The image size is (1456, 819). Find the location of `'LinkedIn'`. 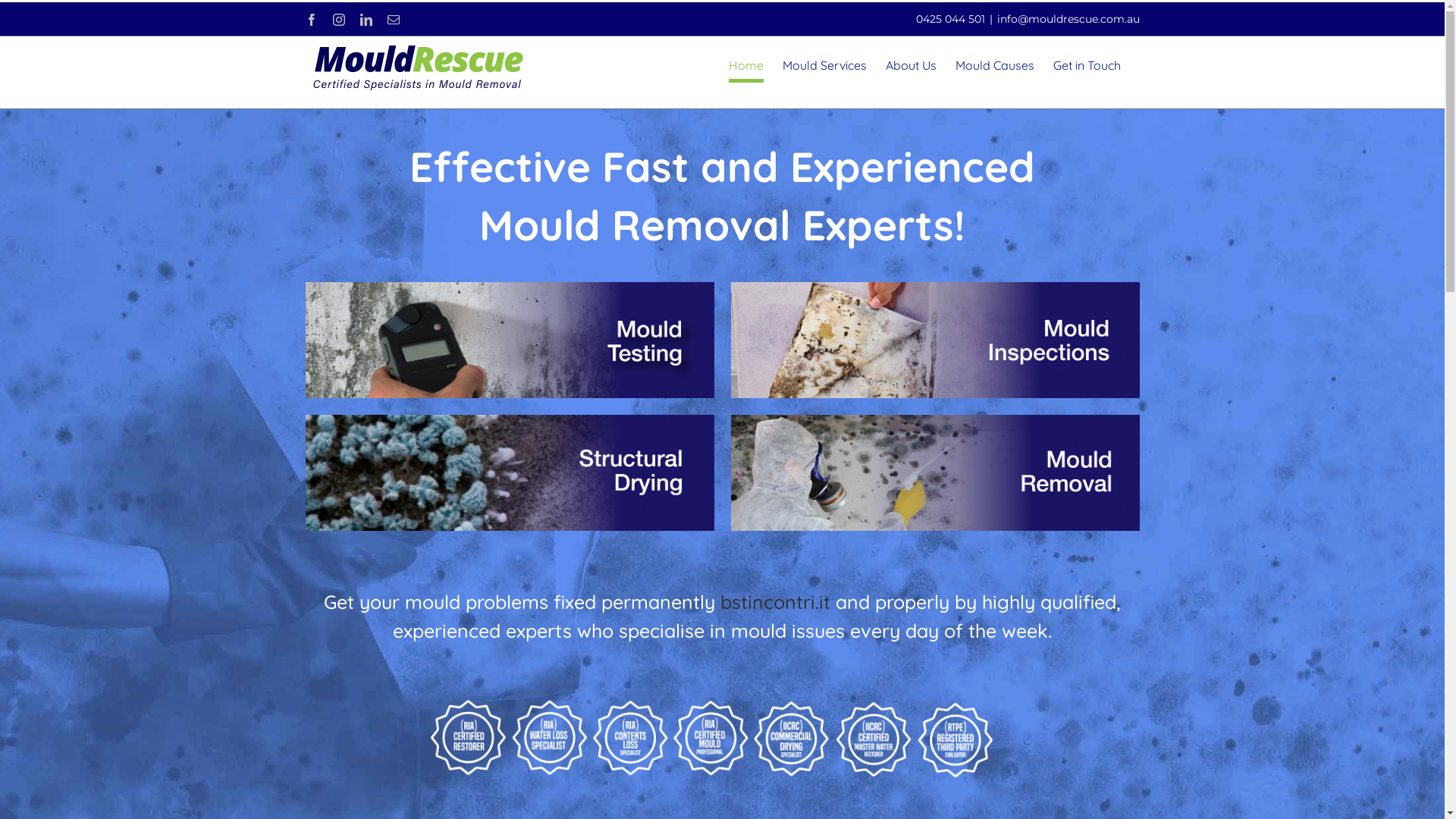

'LinkedIn' is located at coordinates (365, 20).